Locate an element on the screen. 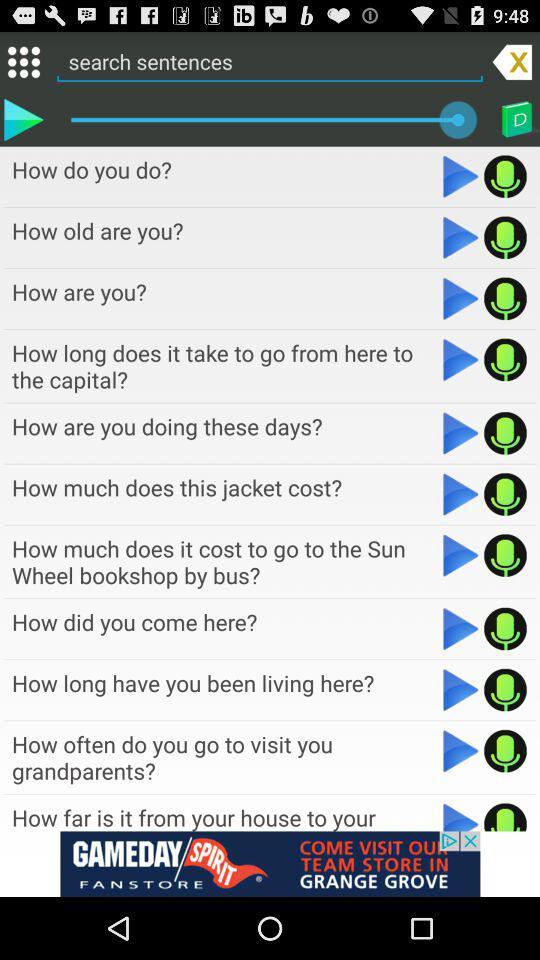  the book icon is located at coordinates (516, 126).